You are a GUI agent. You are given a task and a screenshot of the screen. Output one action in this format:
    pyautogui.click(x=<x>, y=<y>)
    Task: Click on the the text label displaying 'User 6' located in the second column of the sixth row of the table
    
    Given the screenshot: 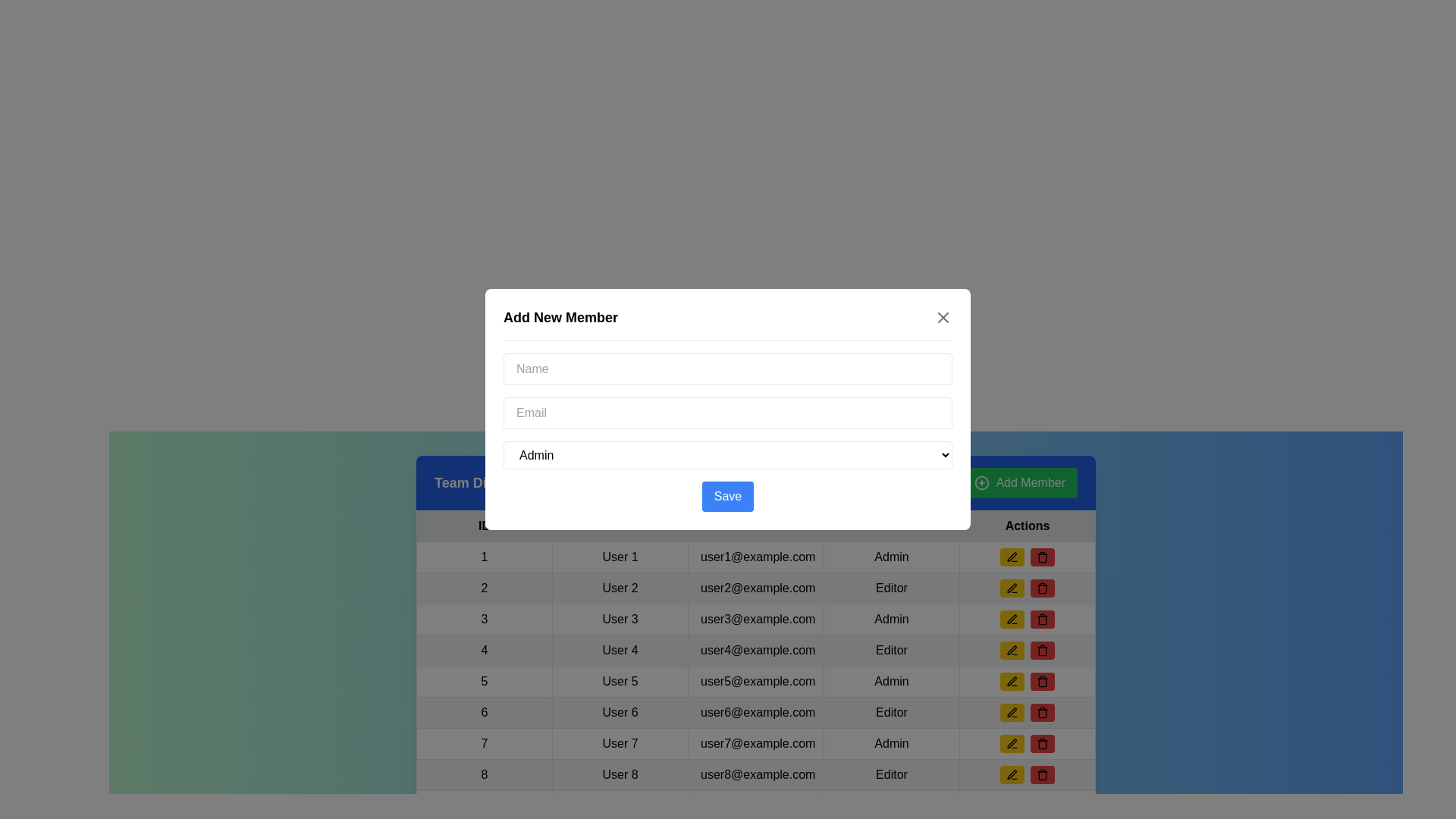 What is the action you would take?
    pyautogui.click(x=620, y=713)
    